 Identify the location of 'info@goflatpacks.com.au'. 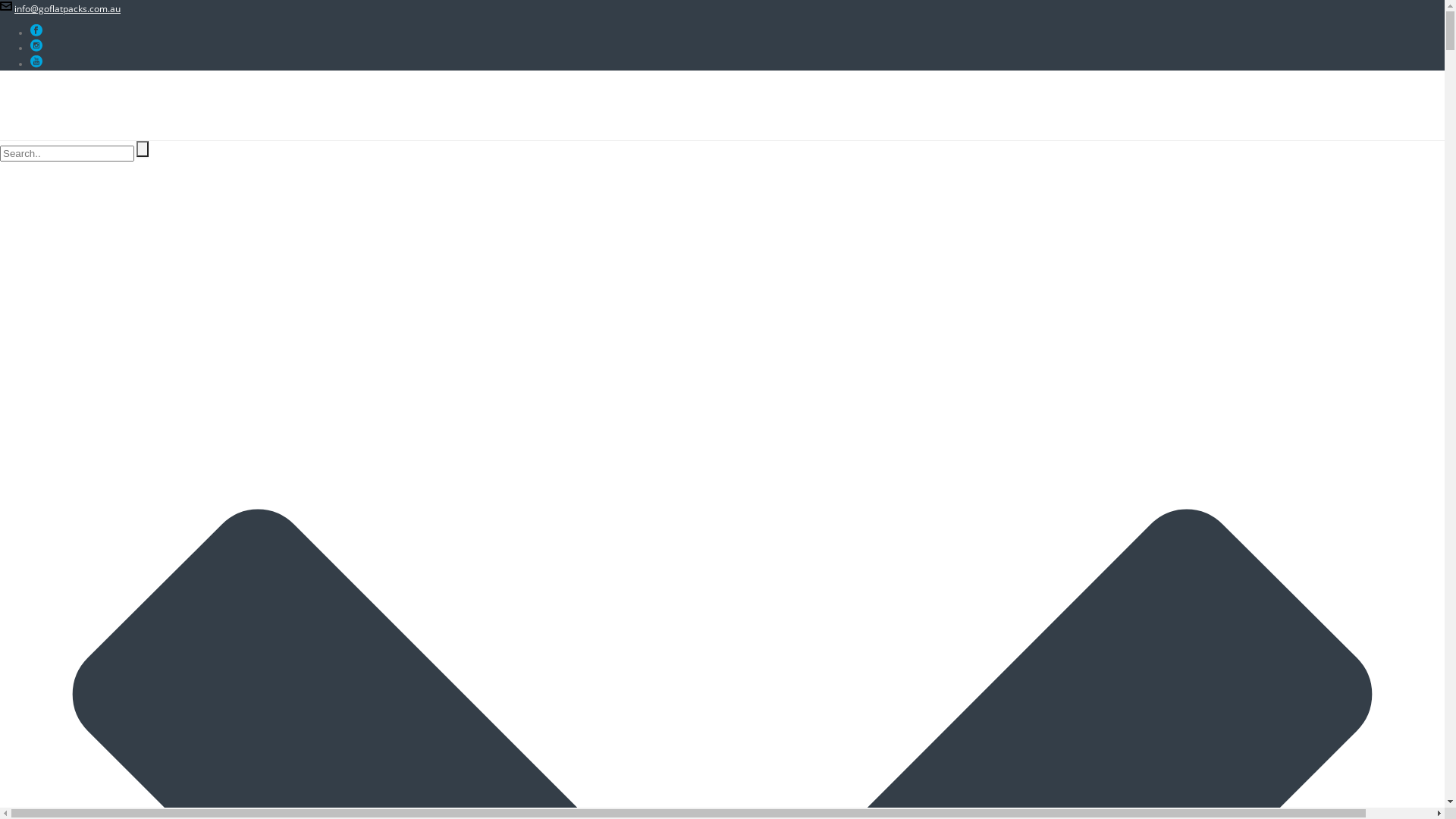
(67, 8).